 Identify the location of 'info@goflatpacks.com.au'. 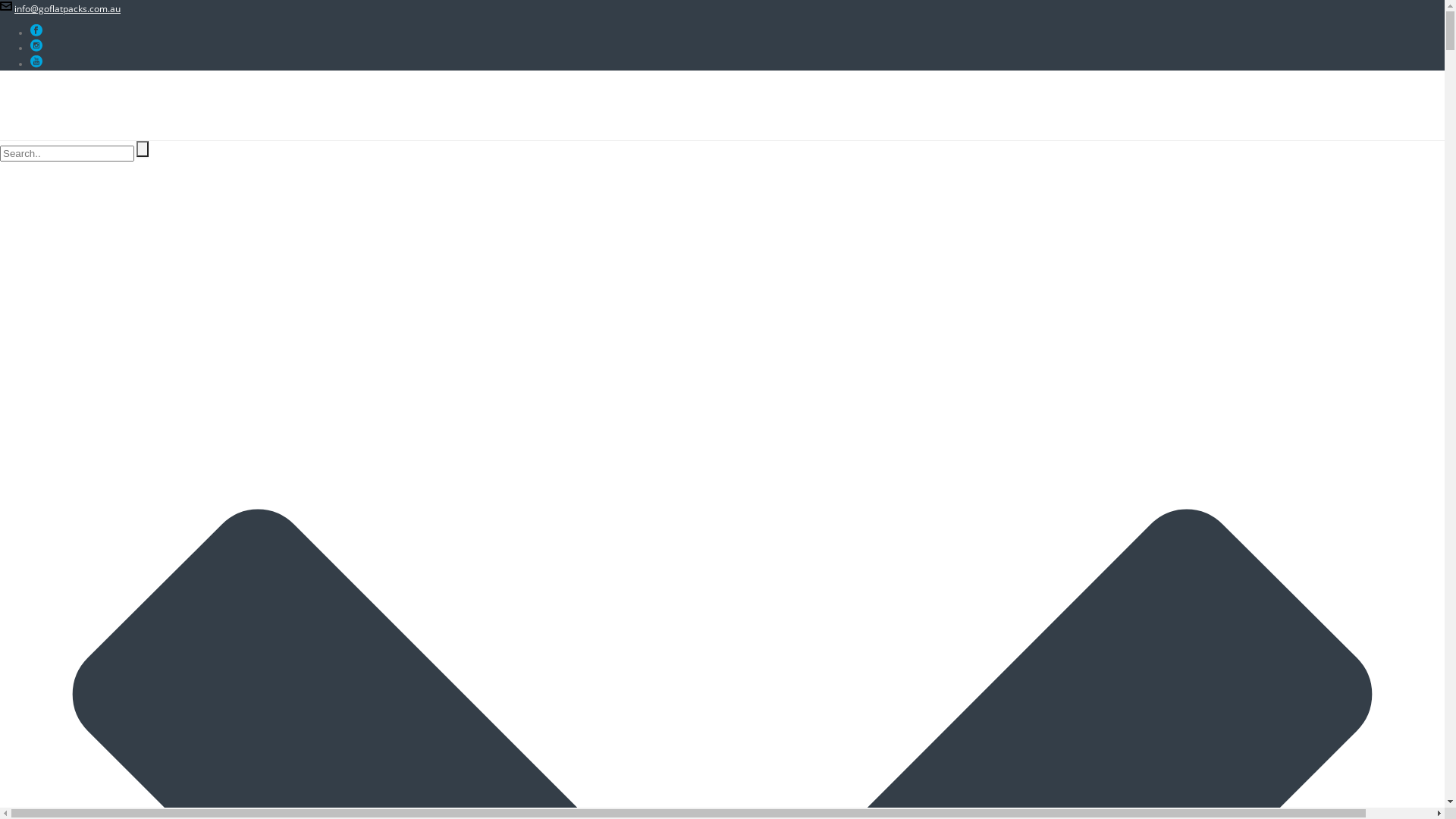
(67, 8).